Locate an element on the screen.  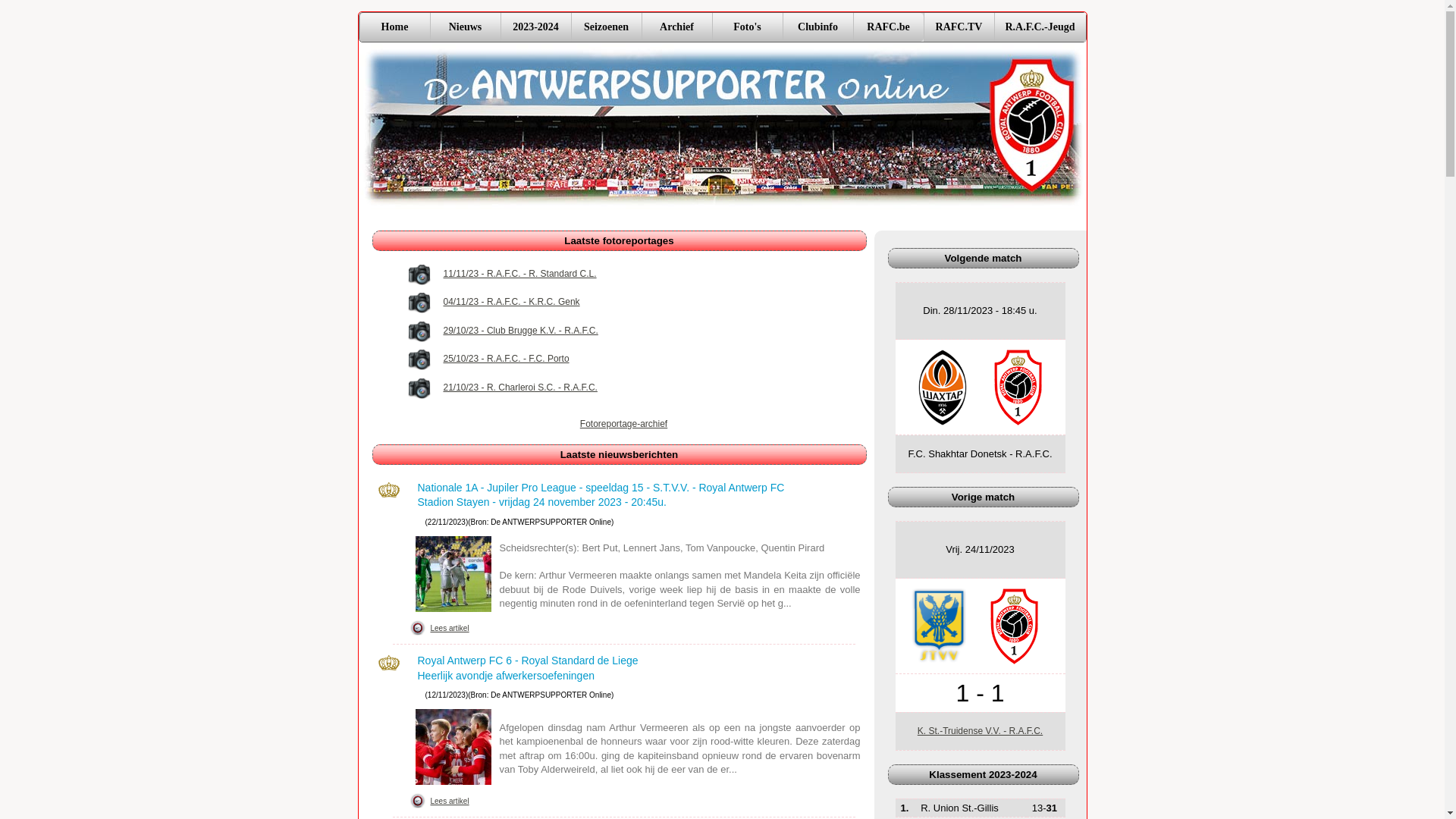
'Clubinfo' is located at coordinates (817, 27).